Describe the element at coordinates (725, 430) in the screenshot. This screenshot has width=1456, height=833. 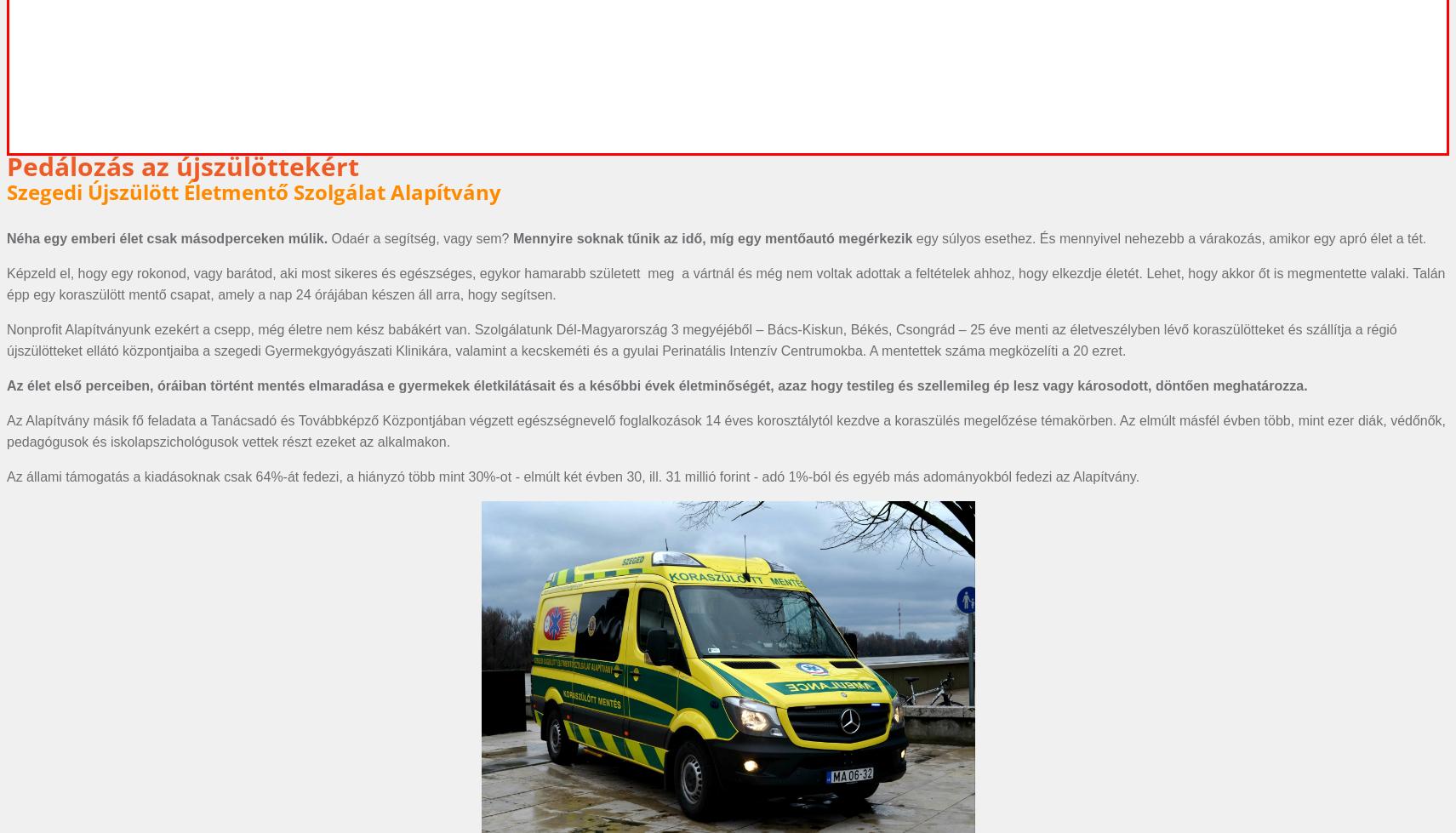
I see `'Az Alapítvány másik fő feladata a Tanácsadó és Továbbképző Központjában végzett egészségnevelő foglalkozások 14 éves korosztálytól kezdve a koraszülés megelőzése témakörben. Az elmúlt másfél évben több, mint ezer diák, védőnők, pedagógusok és iskolapszichológusok vettek részt ezeket az alkalmakon.'` at that location.